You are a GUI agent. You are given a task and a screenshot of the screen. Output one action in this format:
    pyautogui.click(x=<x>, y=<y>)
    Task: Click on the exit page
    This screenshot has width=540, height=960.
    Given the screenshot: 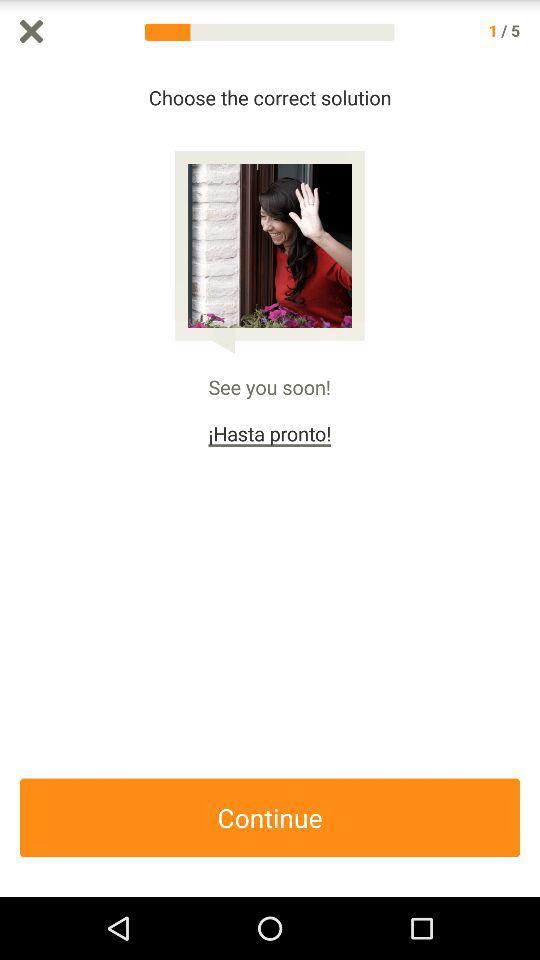 What is the action you would take?
    pyautogui.click(x=30, y=30)
    